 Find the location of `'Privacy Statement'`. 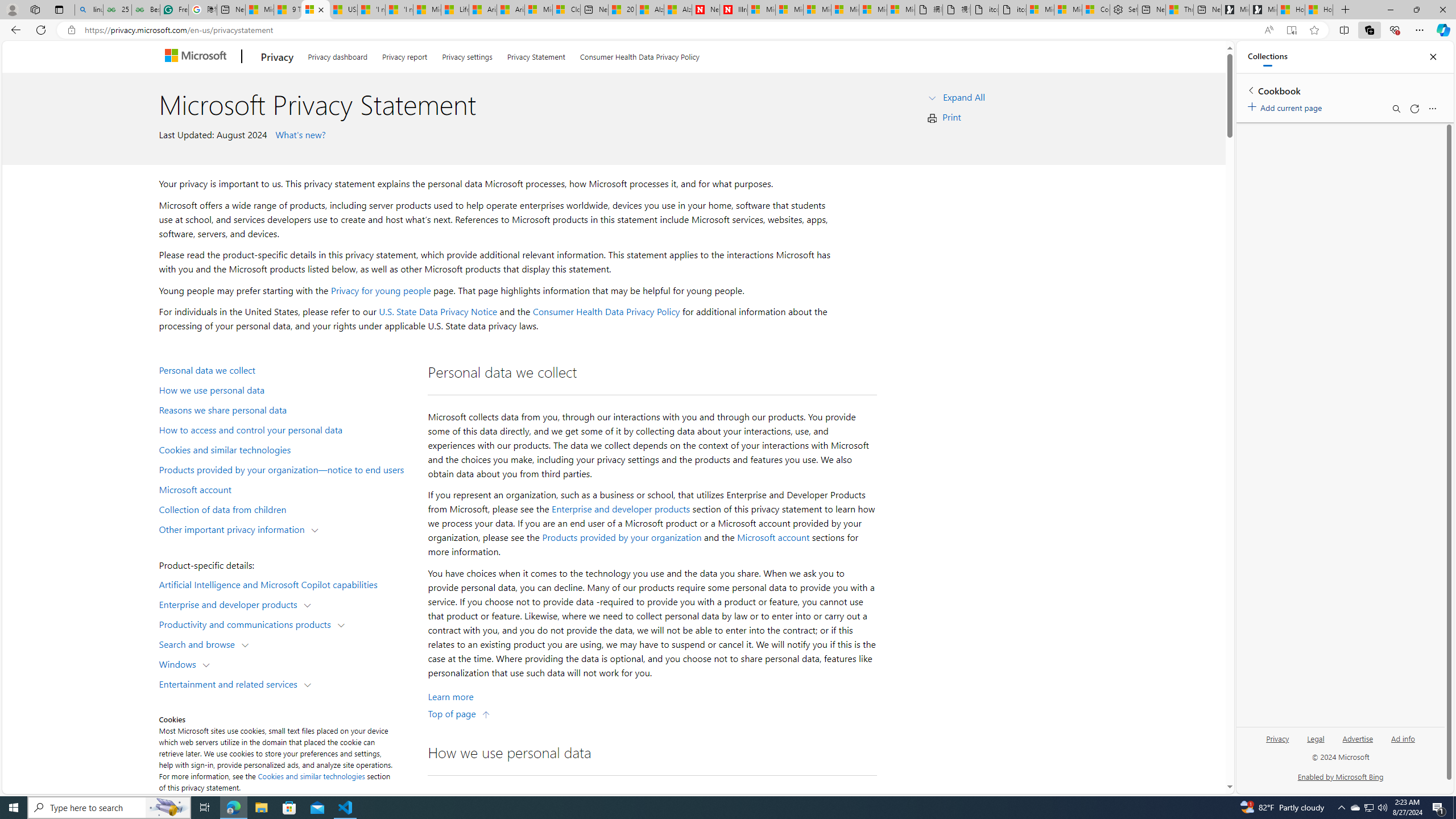

'Privacy Statement' is located at coordinates (536, 55).